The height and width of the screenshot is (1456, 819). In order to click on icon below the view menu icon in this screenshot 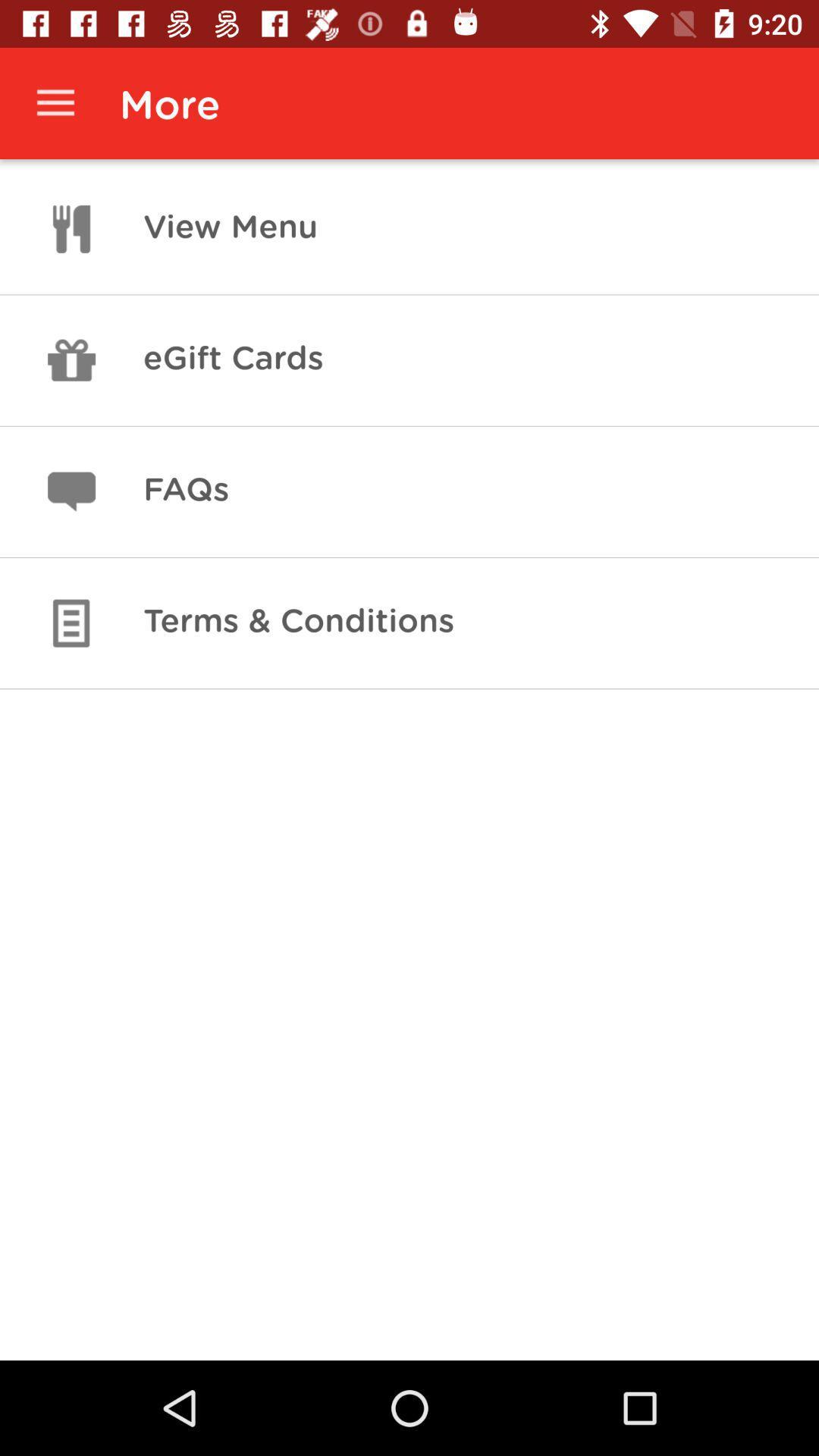, I will do `click(233, 359)`.